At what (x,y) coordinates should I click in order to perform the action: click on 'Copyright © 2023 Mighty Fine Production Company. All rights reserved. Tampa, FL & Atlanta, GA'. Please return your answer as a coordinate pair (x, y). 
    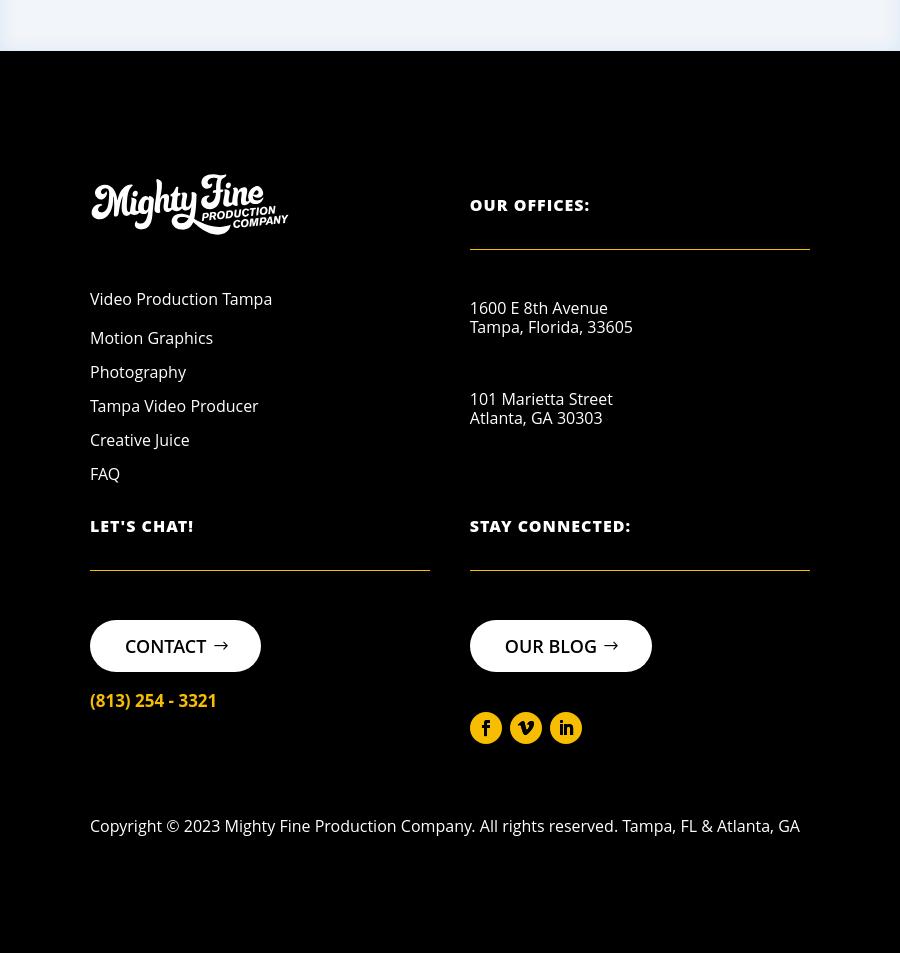
    Looking at the image, I should click on (444, 825).